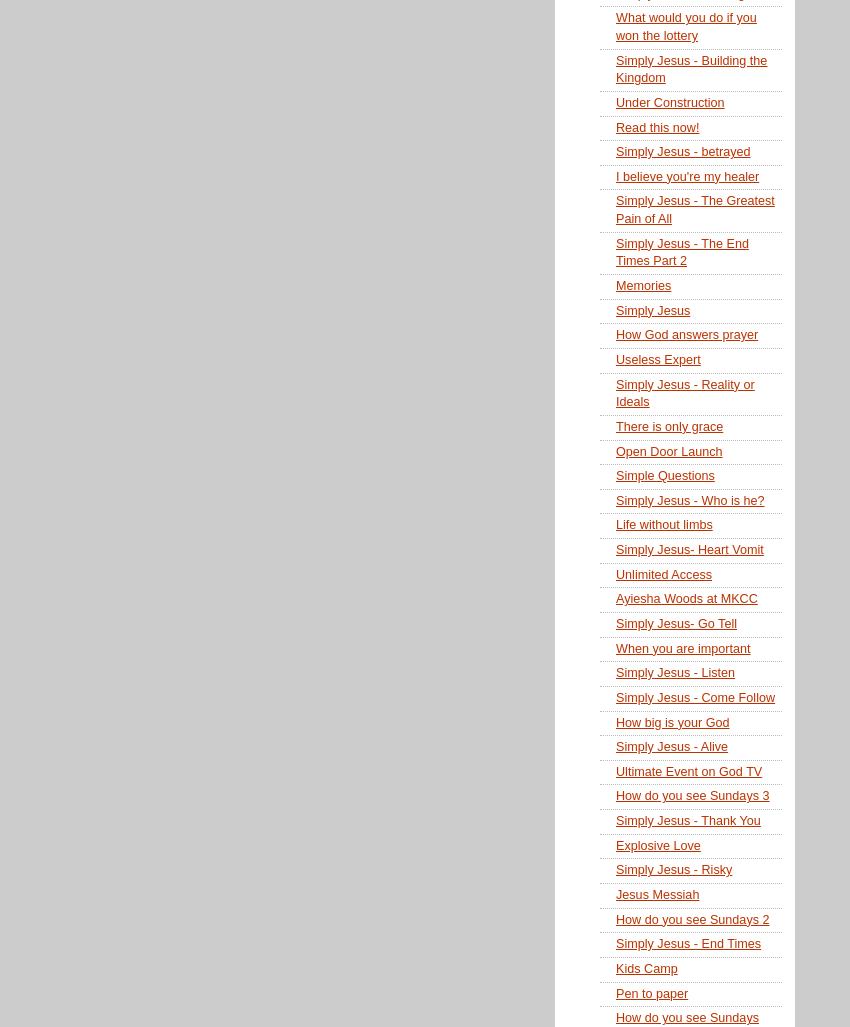 This screenshot has width=850, height=1027. I want to click on 'Simply Jesus - The Greatest Pain of All', so click(693, 209).